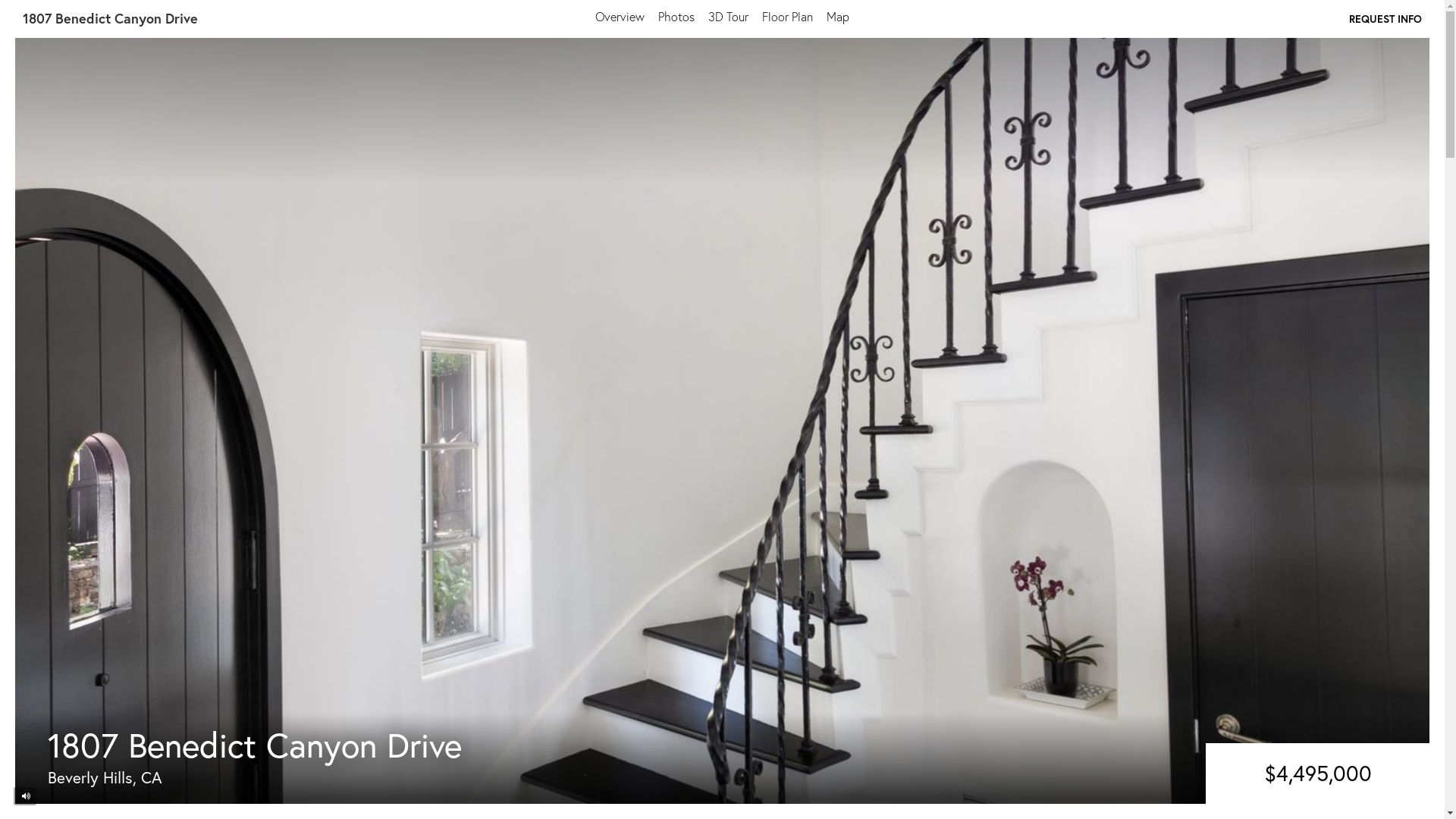 The width and height of the screenshot is (1456, 819). What do you see at coordinates (620, 16) in the screenshot?
I see `'Overview'` at bounding box center [620, 16].